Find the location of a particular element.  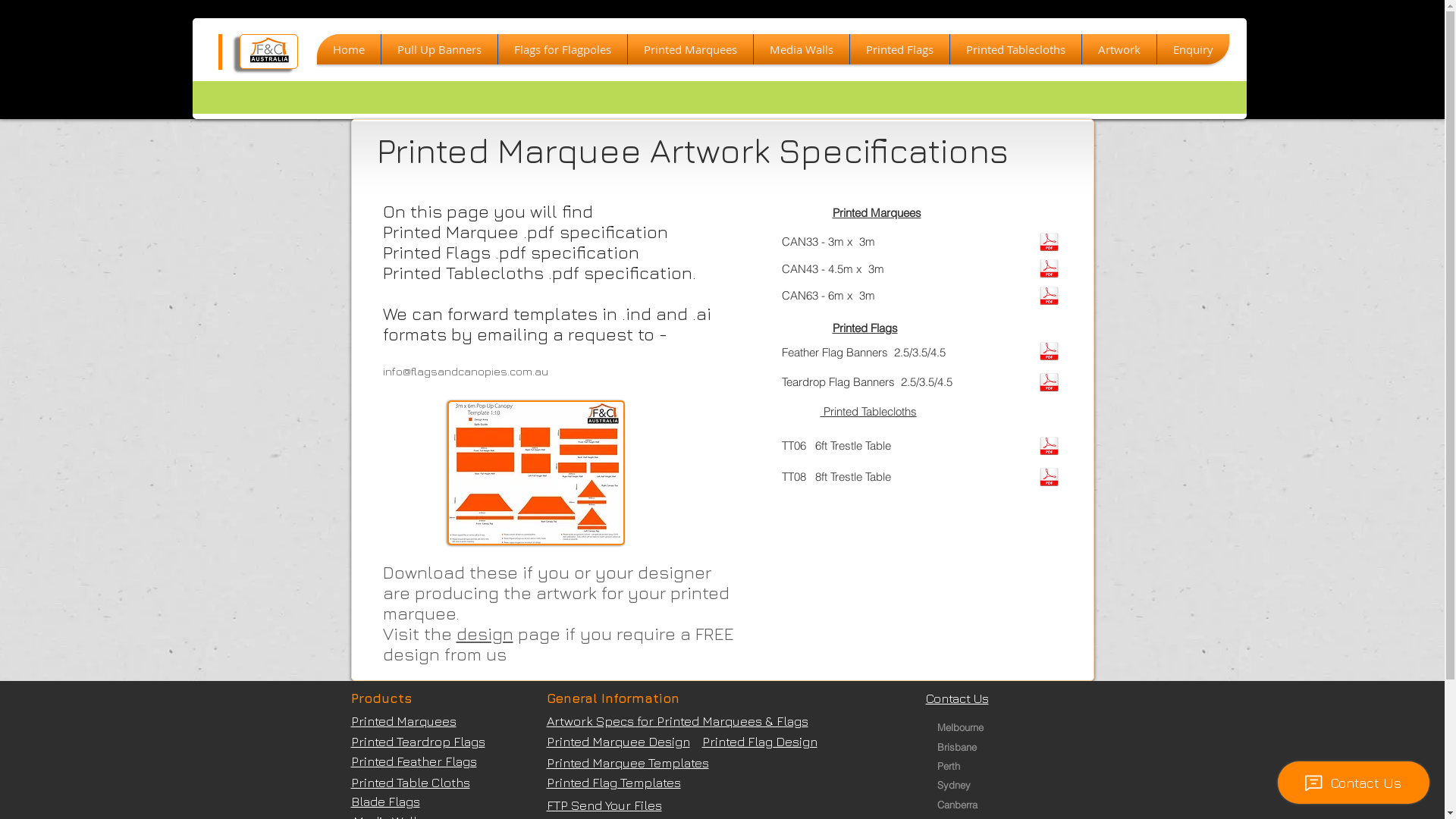

'Home' is located at coordinates (348, 49).